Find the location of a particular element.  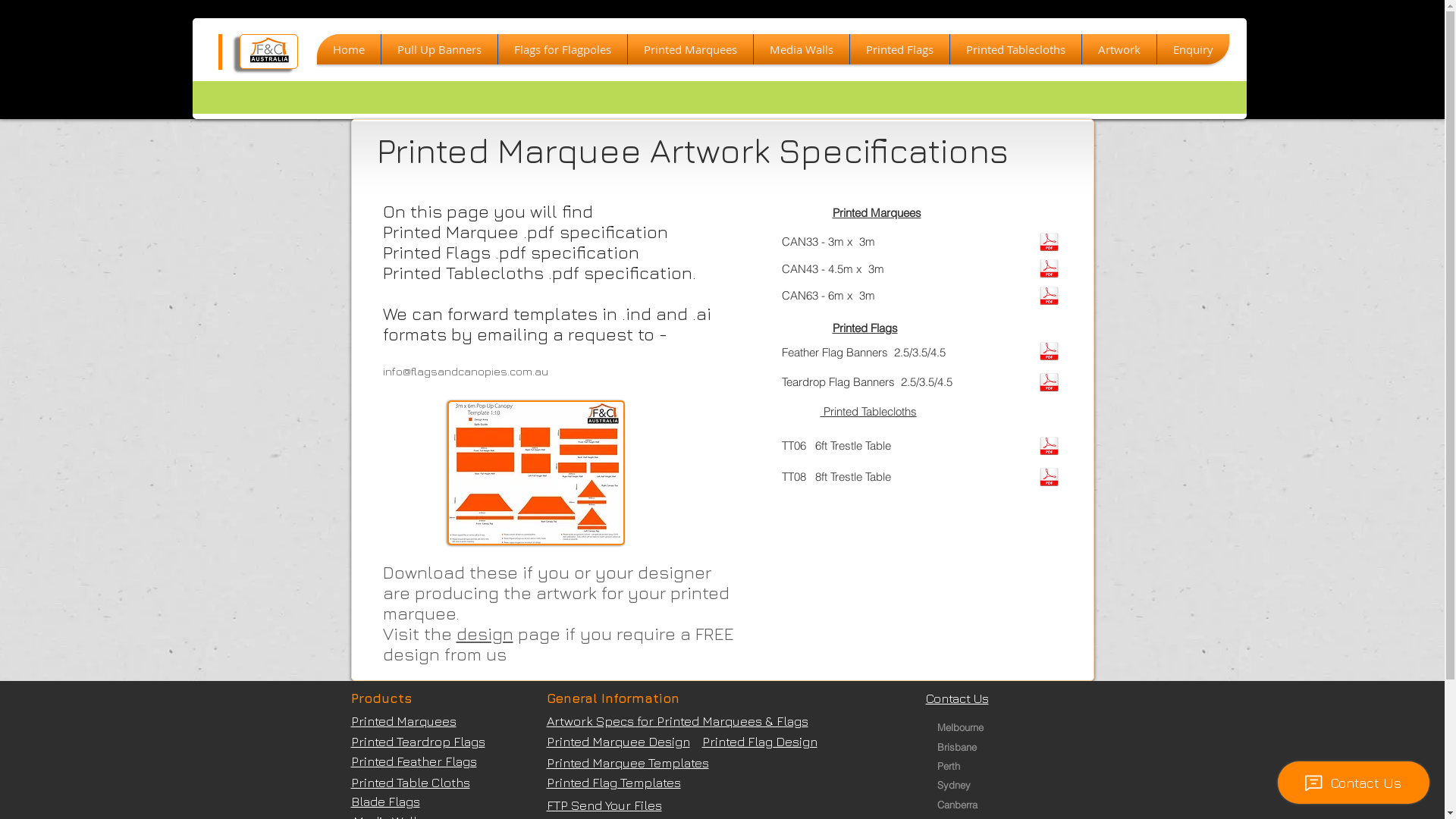

'Home' is located at coordinates (348, 49).